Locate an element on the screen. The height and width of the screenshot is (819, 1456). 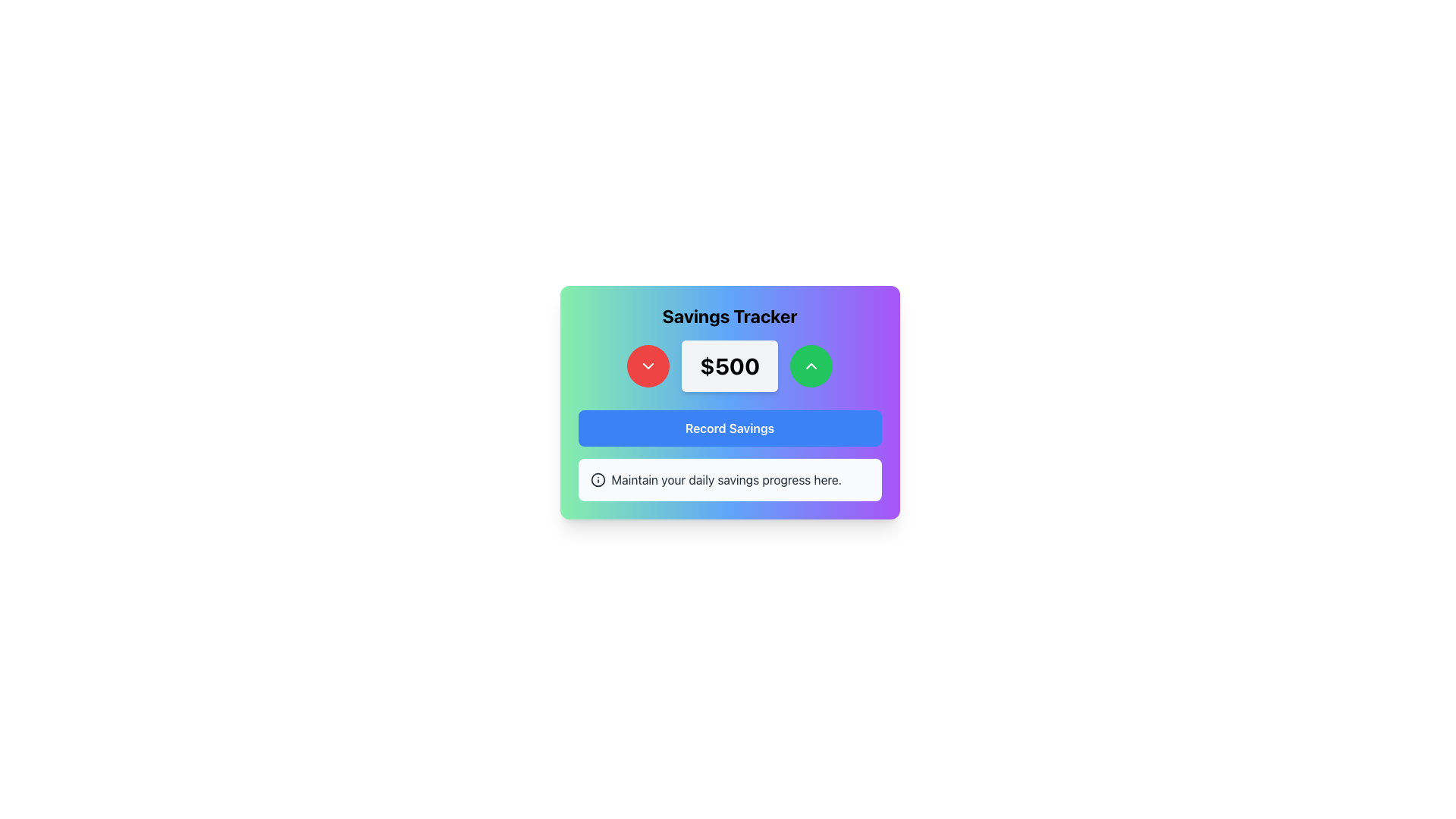
the large monetary value display of '$500' which is centrally located within the 'Savings Tracker' card, styled with a light gray background and rounded edges is located at coordinates (730, 366).